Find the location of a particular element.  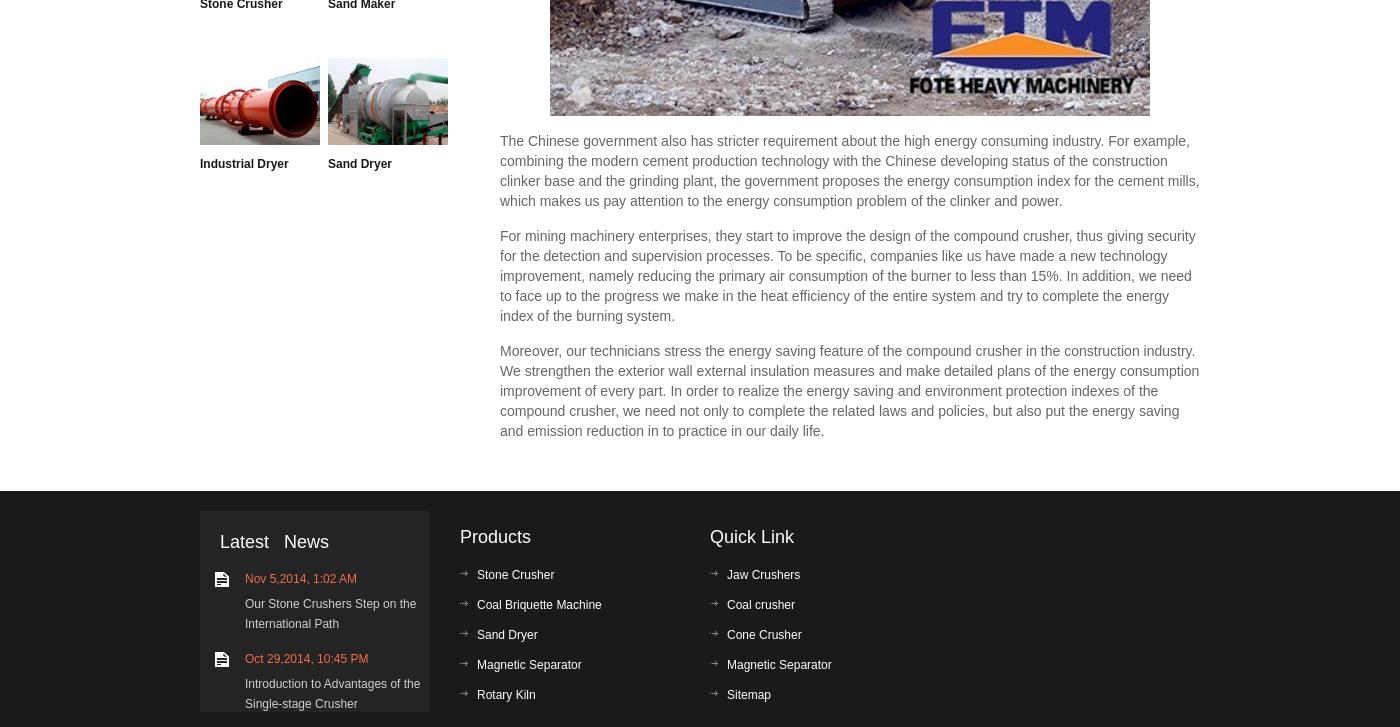

'Coal crusher' is located at coordinates (761, 604).